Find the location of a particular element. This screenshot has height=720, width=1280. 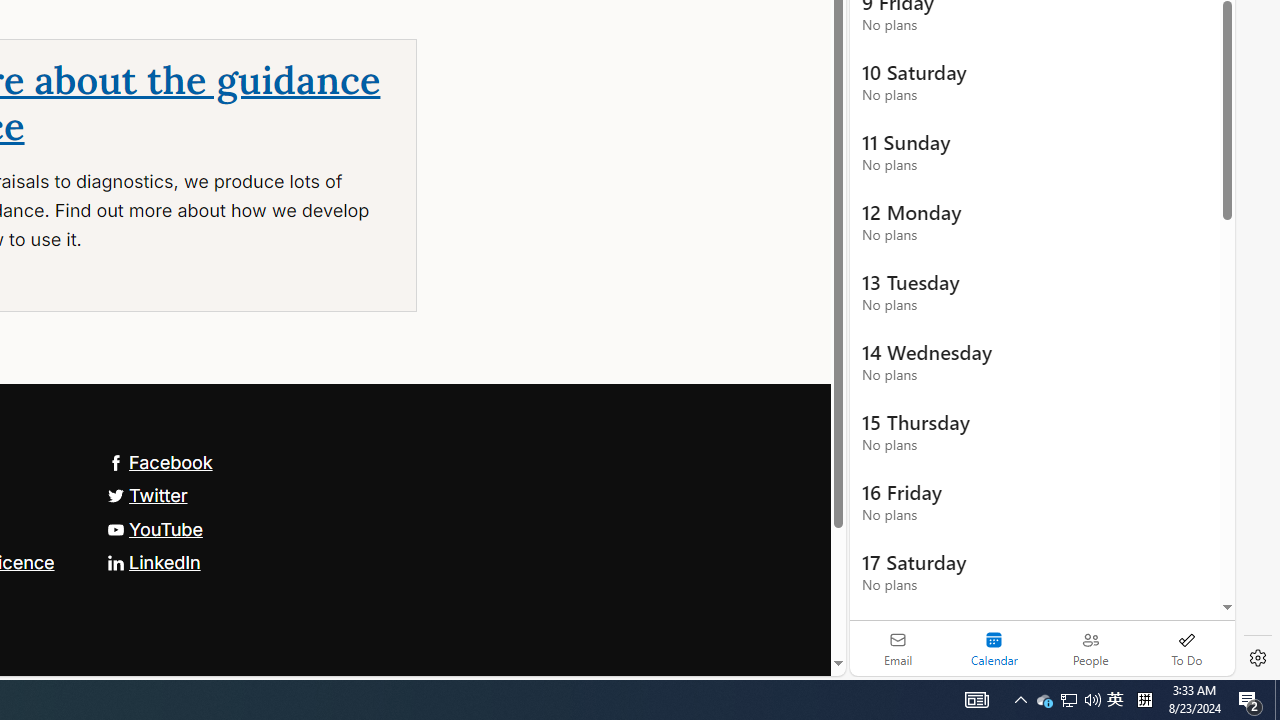

'Selected calendar module. Date today is 22' is located at coordinates (994, 648).